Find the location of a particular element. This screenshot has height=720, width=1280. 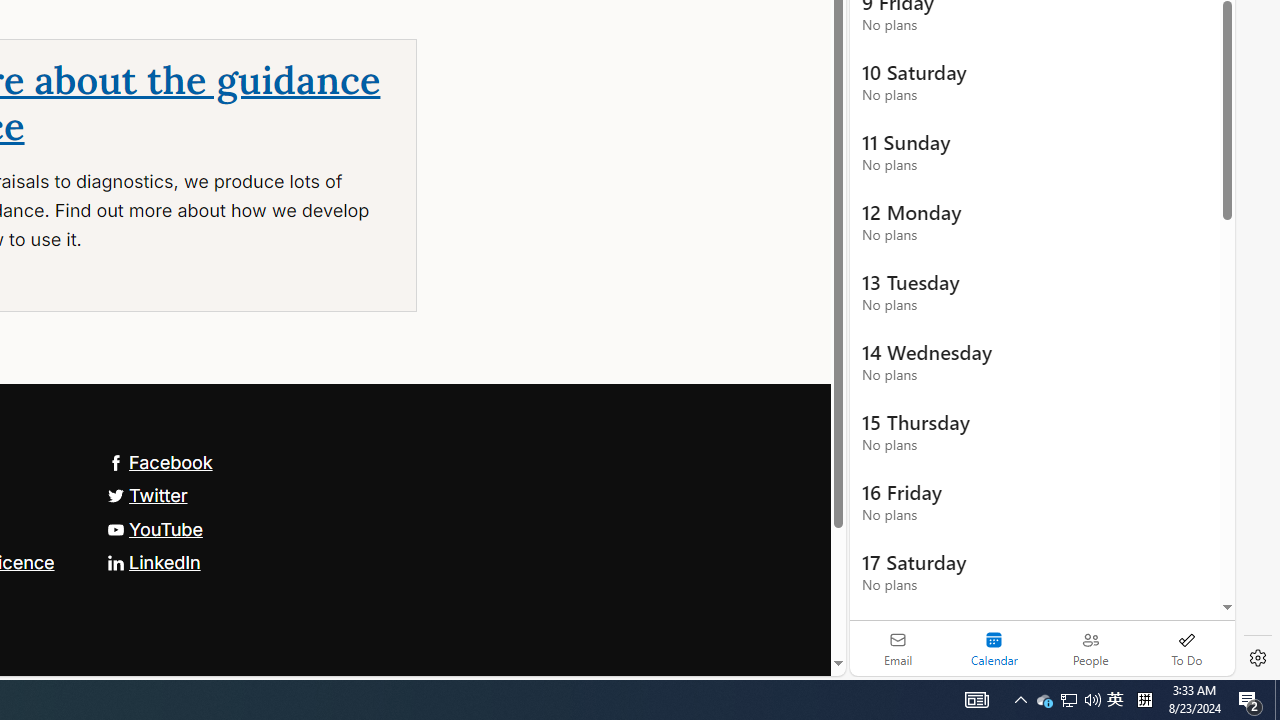

'Selected calendar module. Date today is 22' is located at coordinates (994, 648).